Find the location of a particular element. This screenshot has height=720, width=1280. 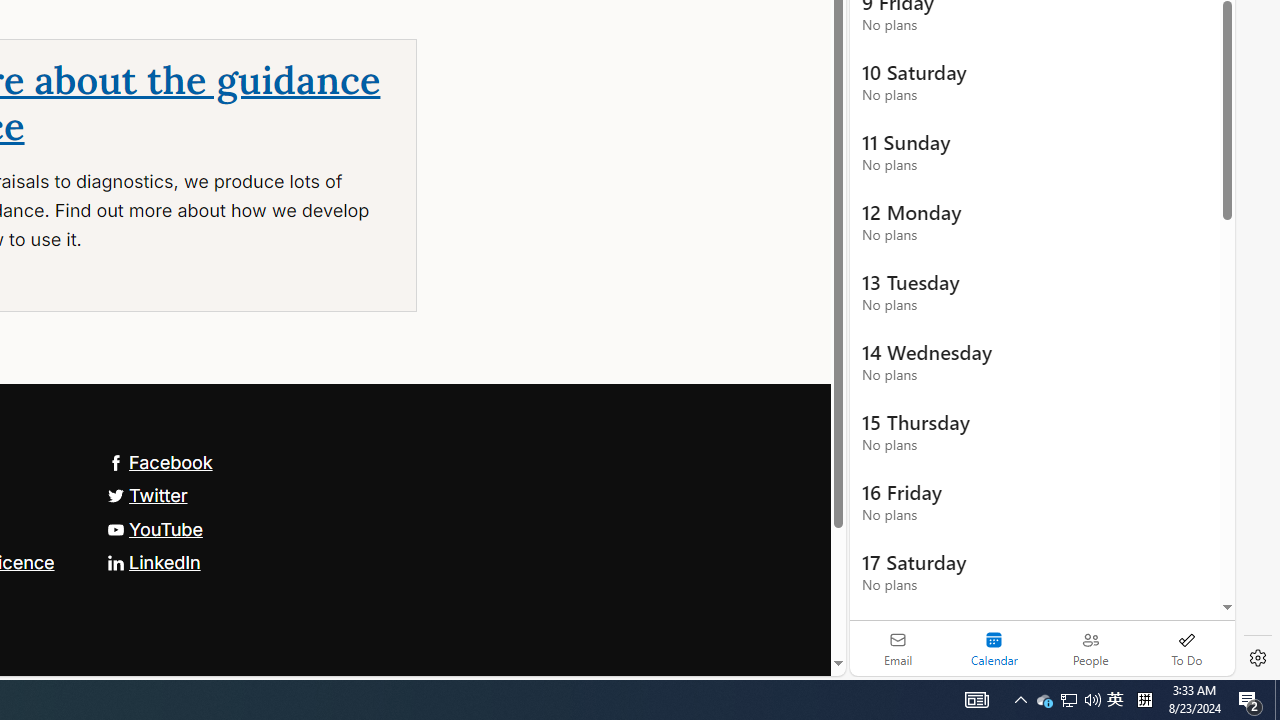

'Selected calendar module. Date today is 22' is located at coordinates (994, 648).